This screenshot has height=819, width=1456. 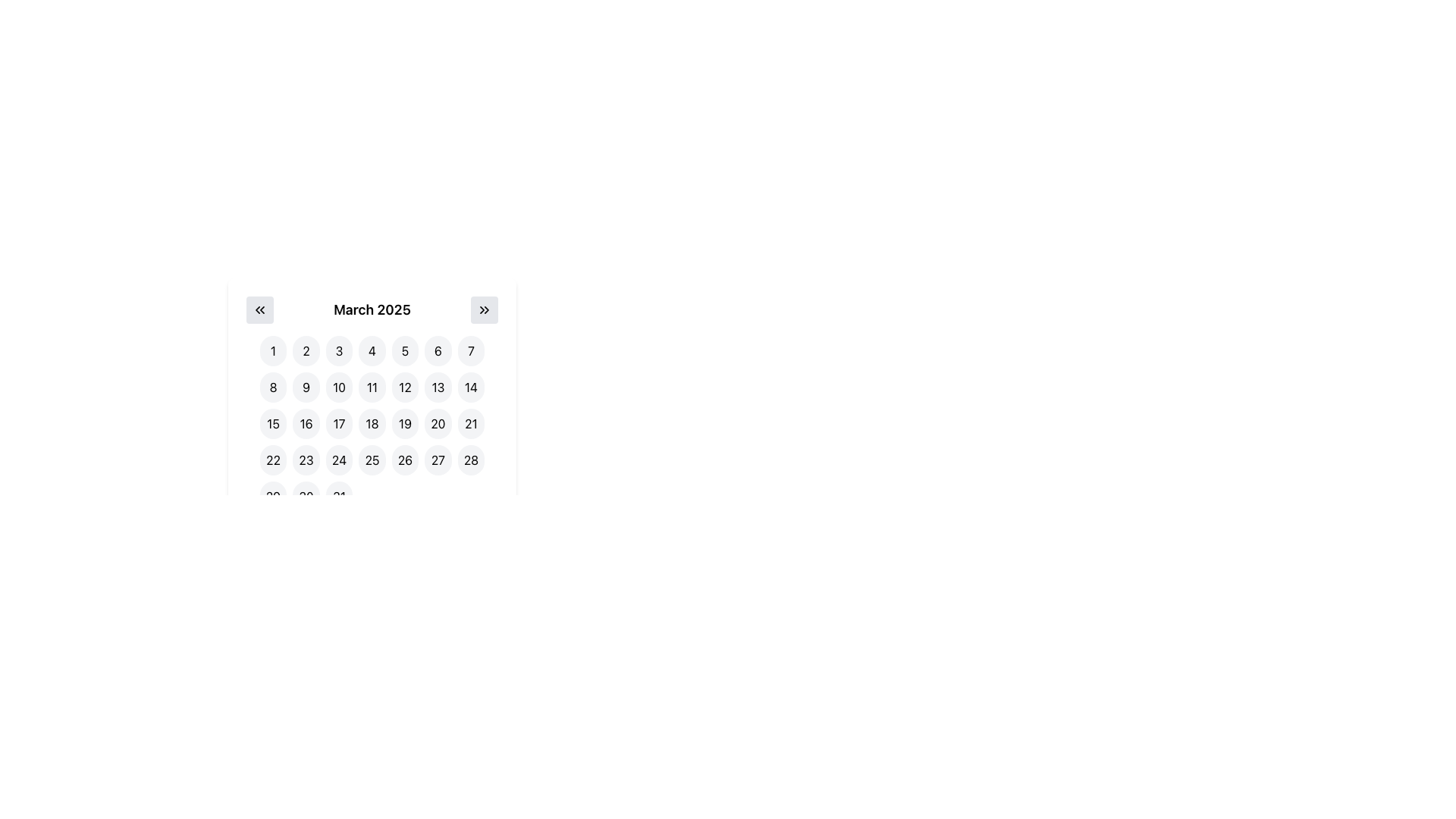 I want to click on the calendar day button representing the date '30' located in the bottom-right corner of the calendar grid, so click(x=305, y=497).